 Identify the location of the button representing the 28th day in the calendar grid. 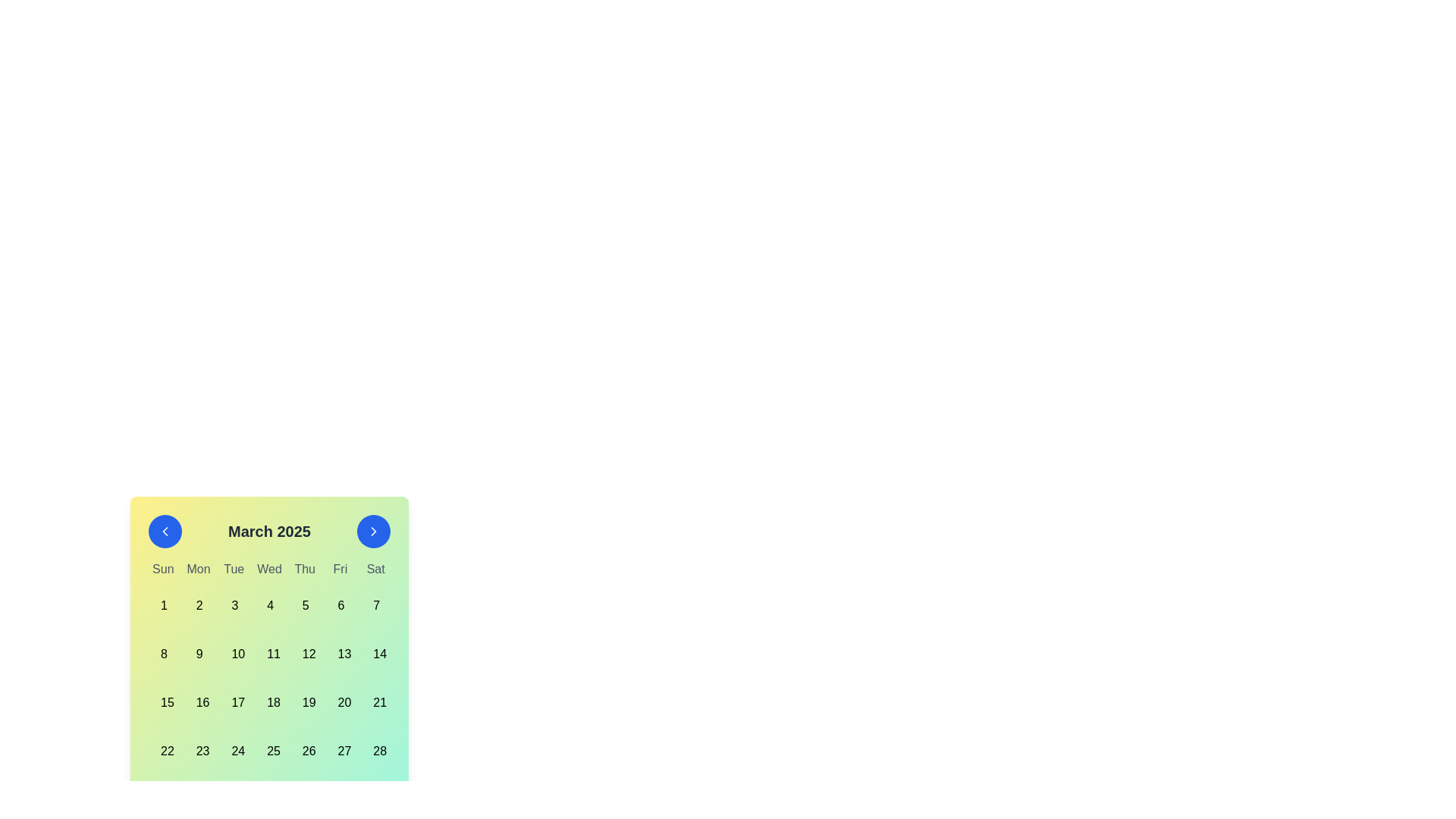
(375, 752).